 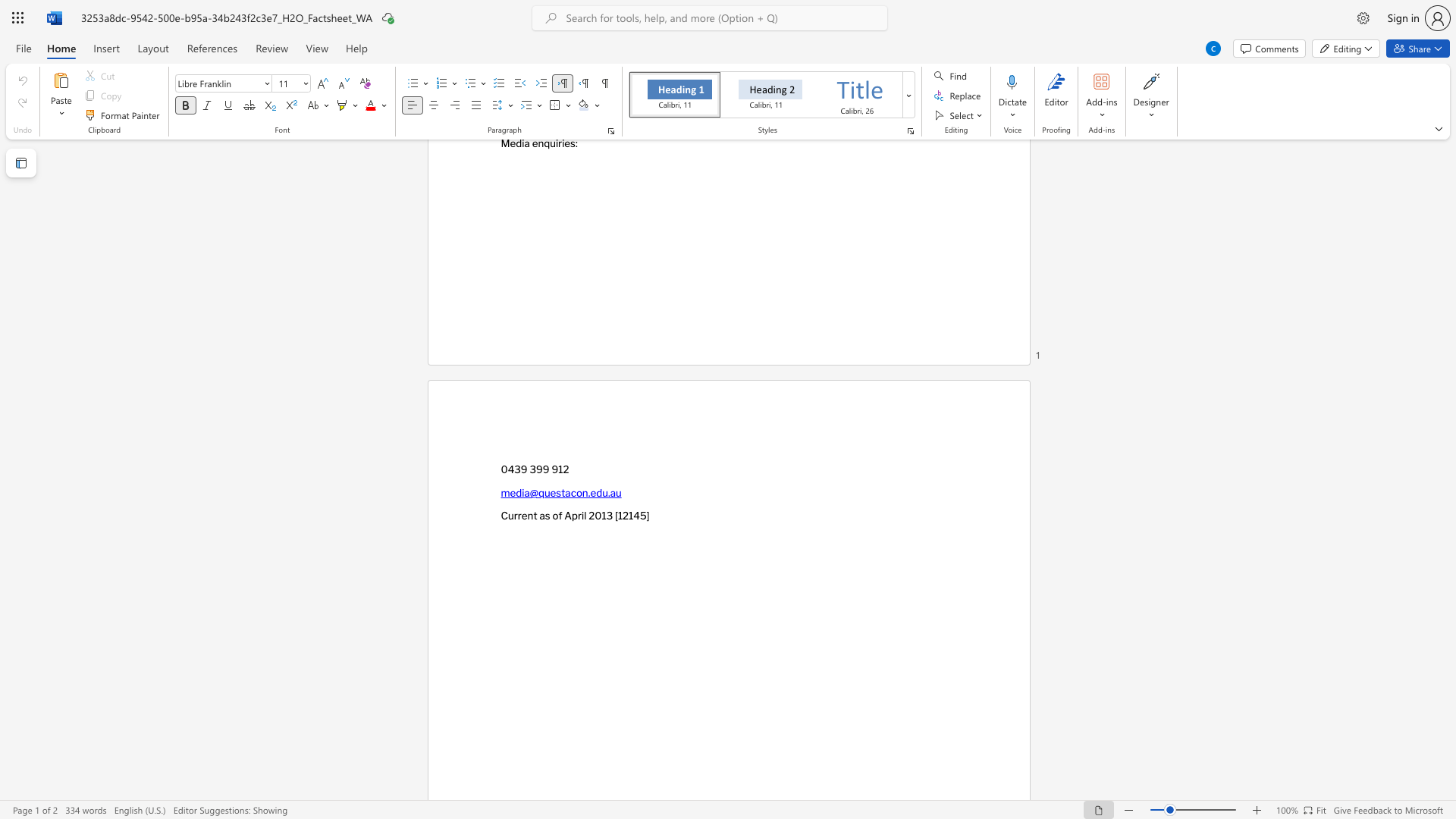 What do you see at coordinates (521, 515) in the screenshot?
I see `the subset text "ent as of April" within the text "Current as of April 2013 [12145]"` at bounding box center [521, 515].